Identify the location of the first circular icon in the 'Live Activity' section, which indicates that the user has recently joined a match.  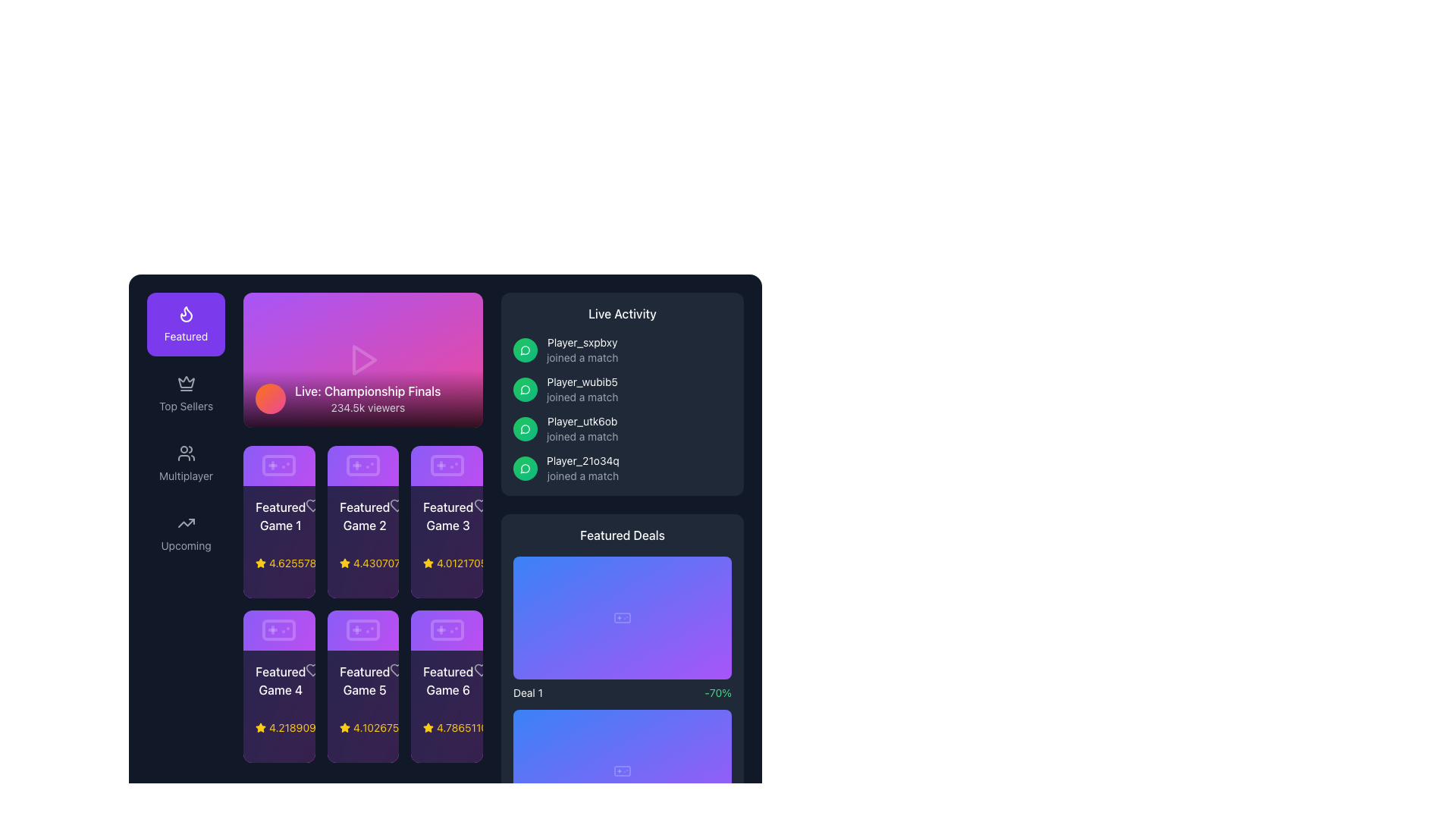
(525, 350).